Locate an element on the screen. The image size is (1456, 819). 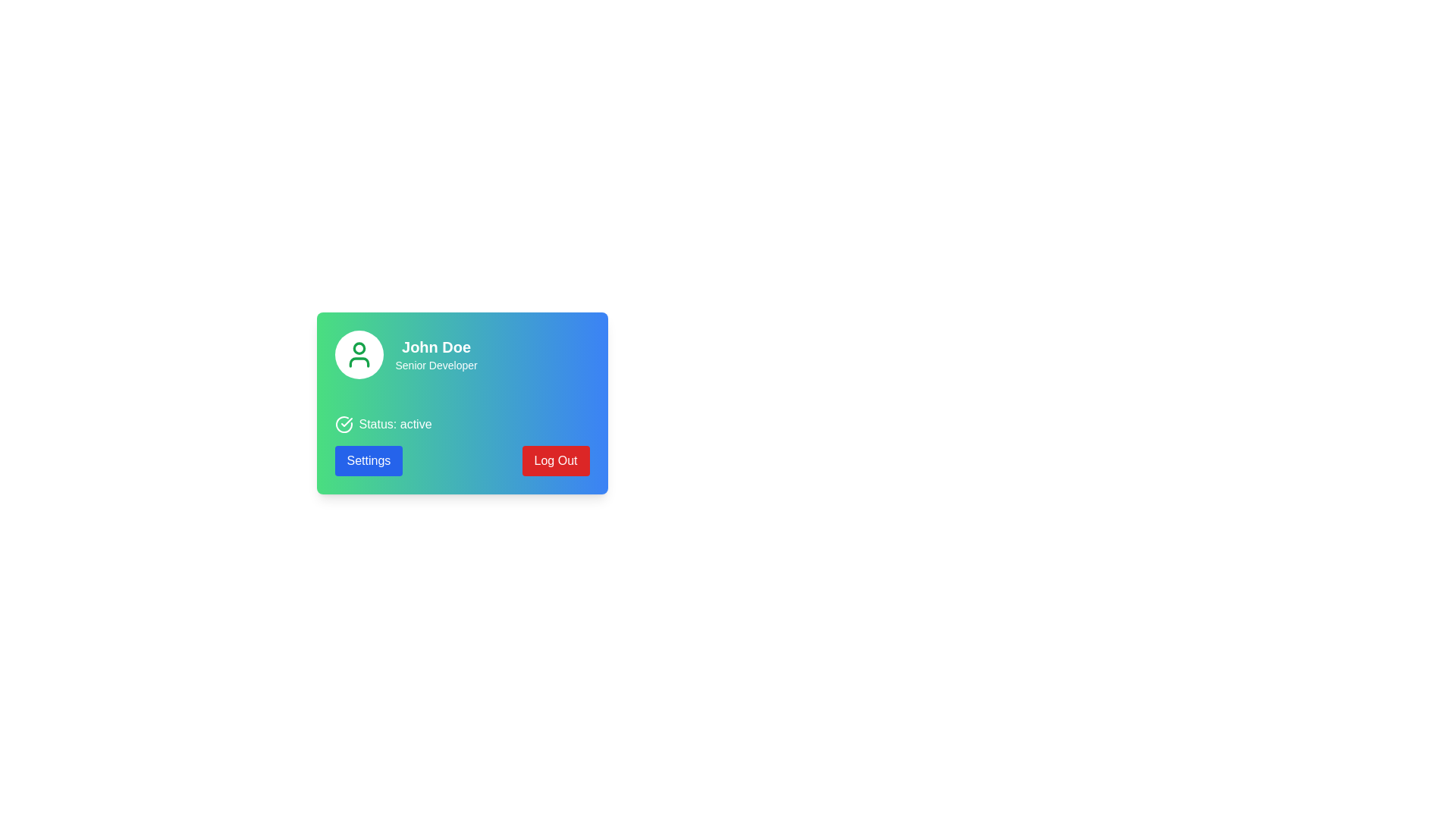
the circular user icon with a white background and green user icon located at the top-left corner of the user profile card, adjacent to 'John Doe' and 'Senior Developer' is located at coordinates (358, 354).